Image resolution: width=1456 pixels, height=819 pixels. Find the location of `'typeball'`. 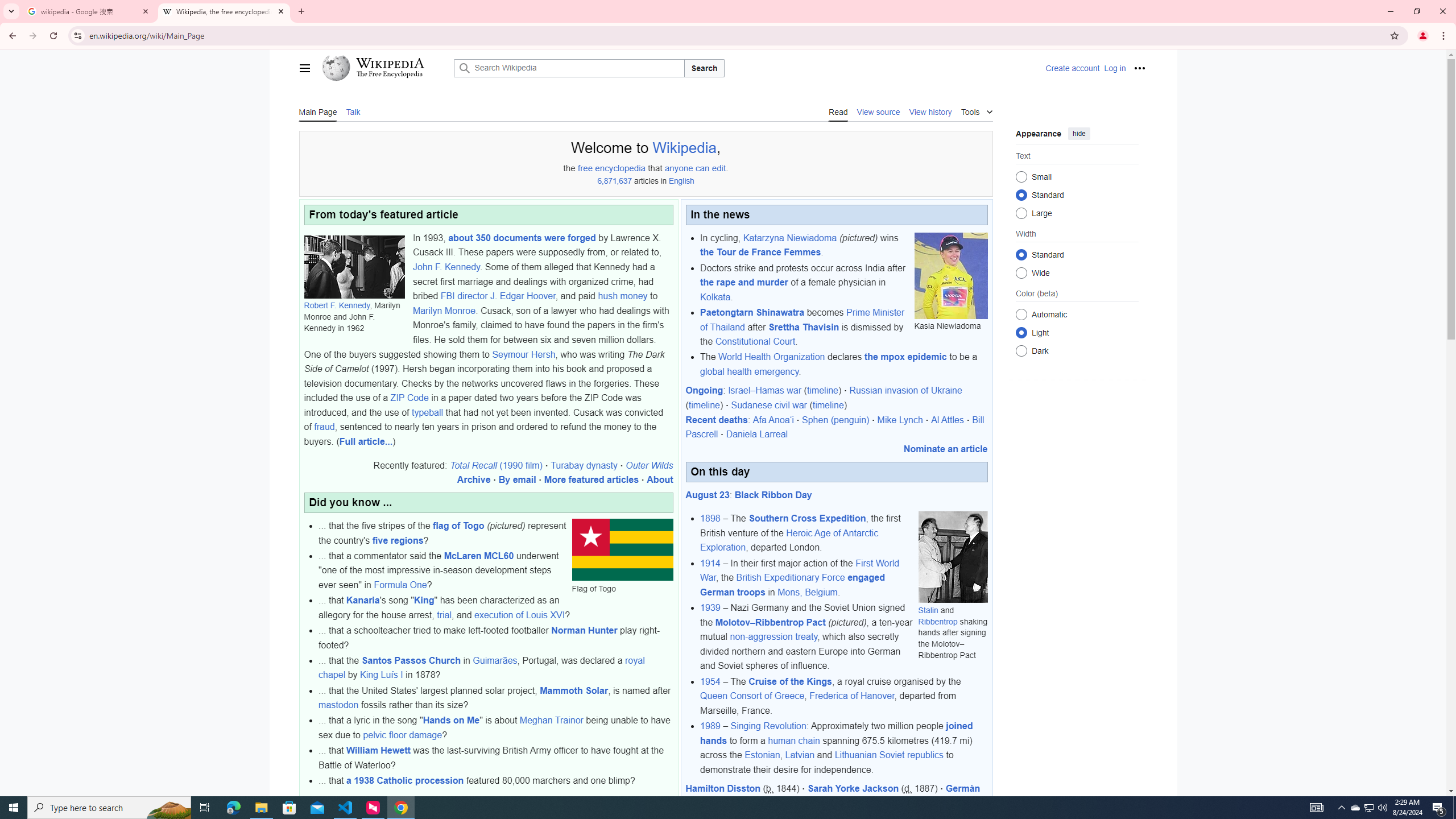

'typeball' is located at coordinates (427, 412).